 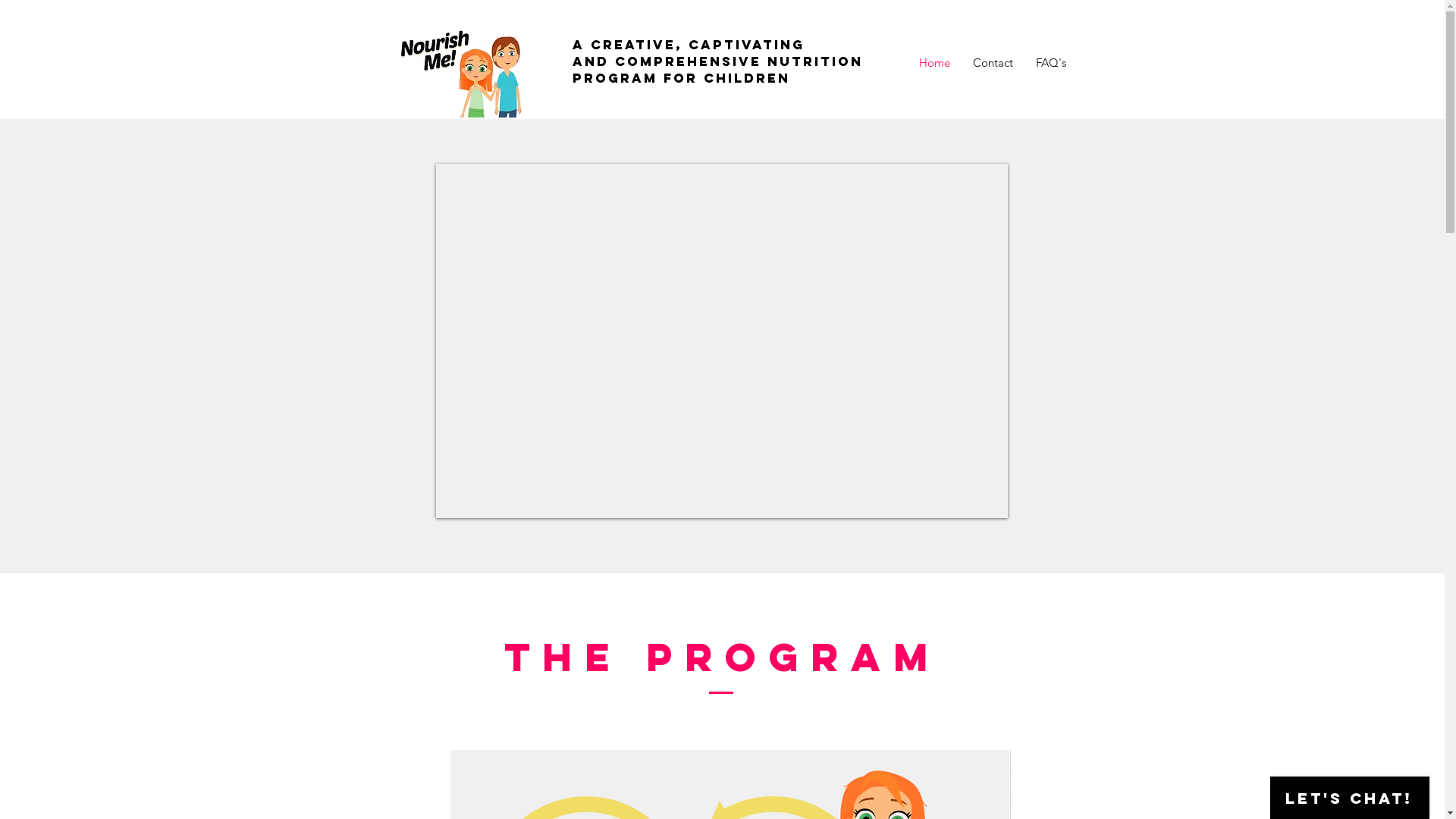 What do you see at coordinates (933, 62) in the screenshot?
I see `'Home'` at bounding box center [933, 62].